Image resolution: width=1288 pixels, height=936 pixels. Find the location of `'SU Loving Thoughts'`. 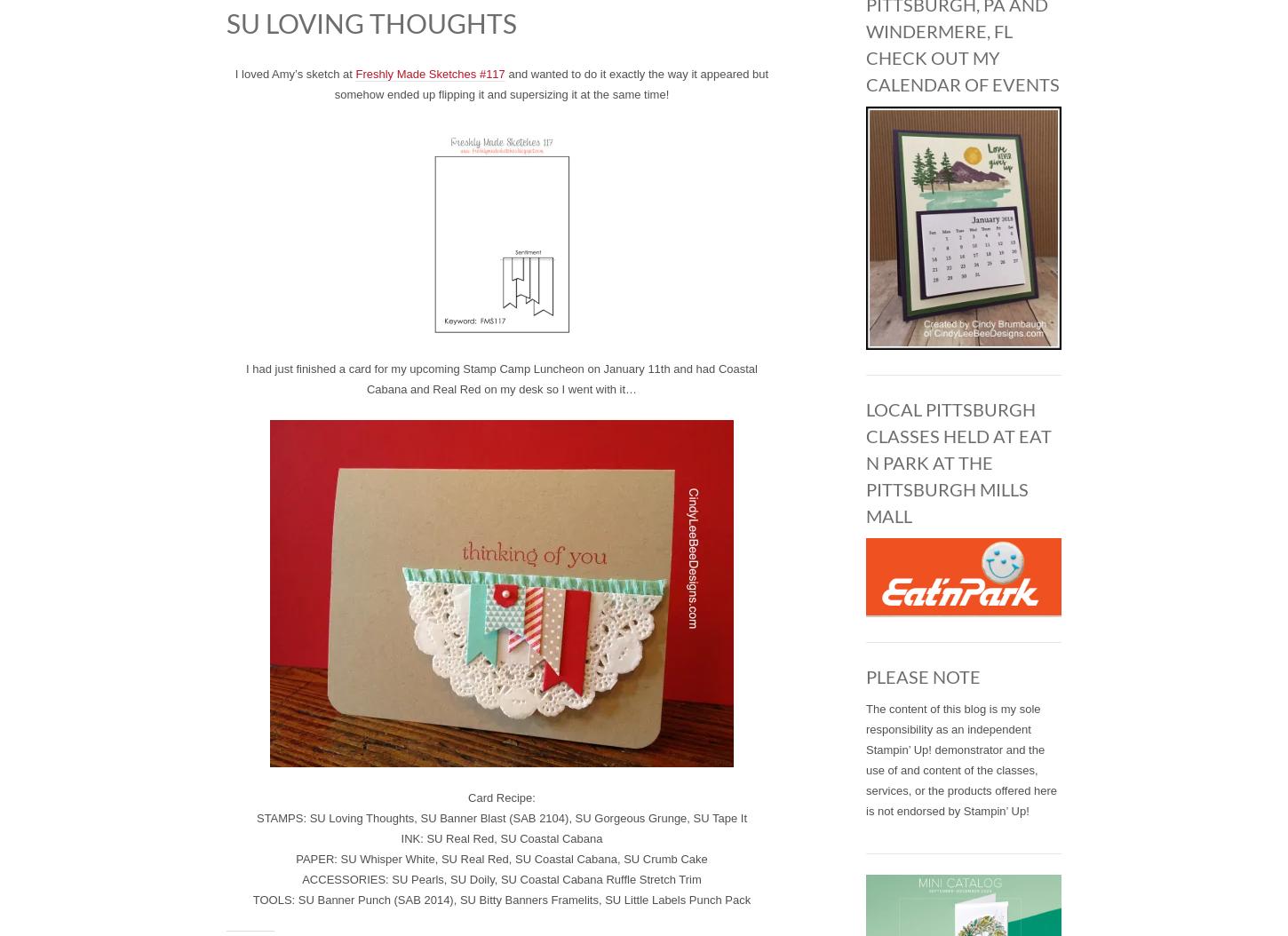

'SU Loving Thoughts' is located at coordinates (370, 21).